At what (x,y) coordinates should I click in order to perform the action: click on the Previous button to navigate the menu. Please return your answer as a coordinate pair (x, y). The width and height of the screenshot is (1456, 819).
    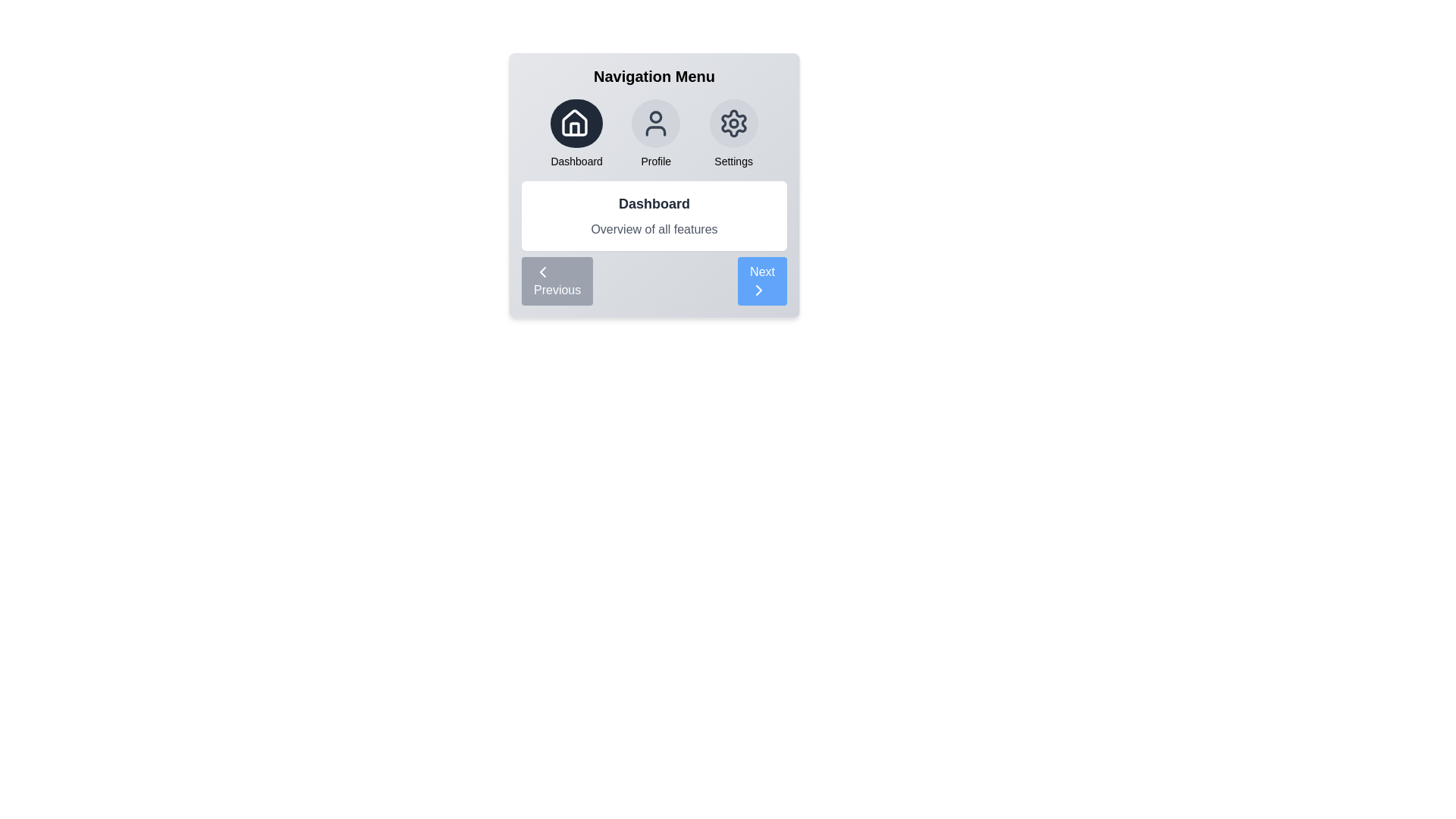
    Looking at the image, I should click on (557, 281).